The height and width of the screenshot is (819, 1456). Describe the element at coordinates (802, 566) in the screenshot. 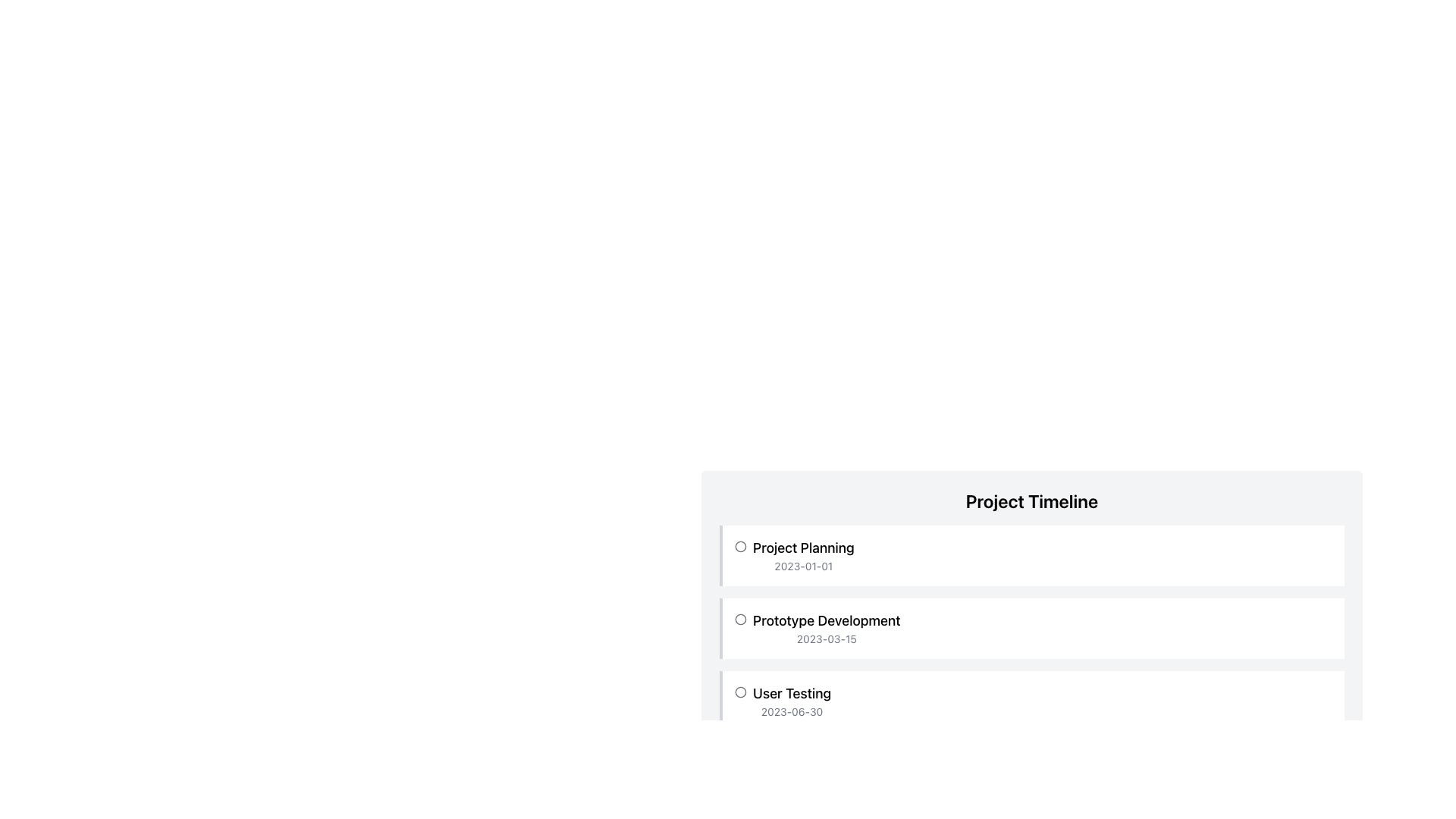

I see `the text label displaying the date '2023-01-01', which is styled in a small gray font and located below the main heading 'Project Planning'` at that location.